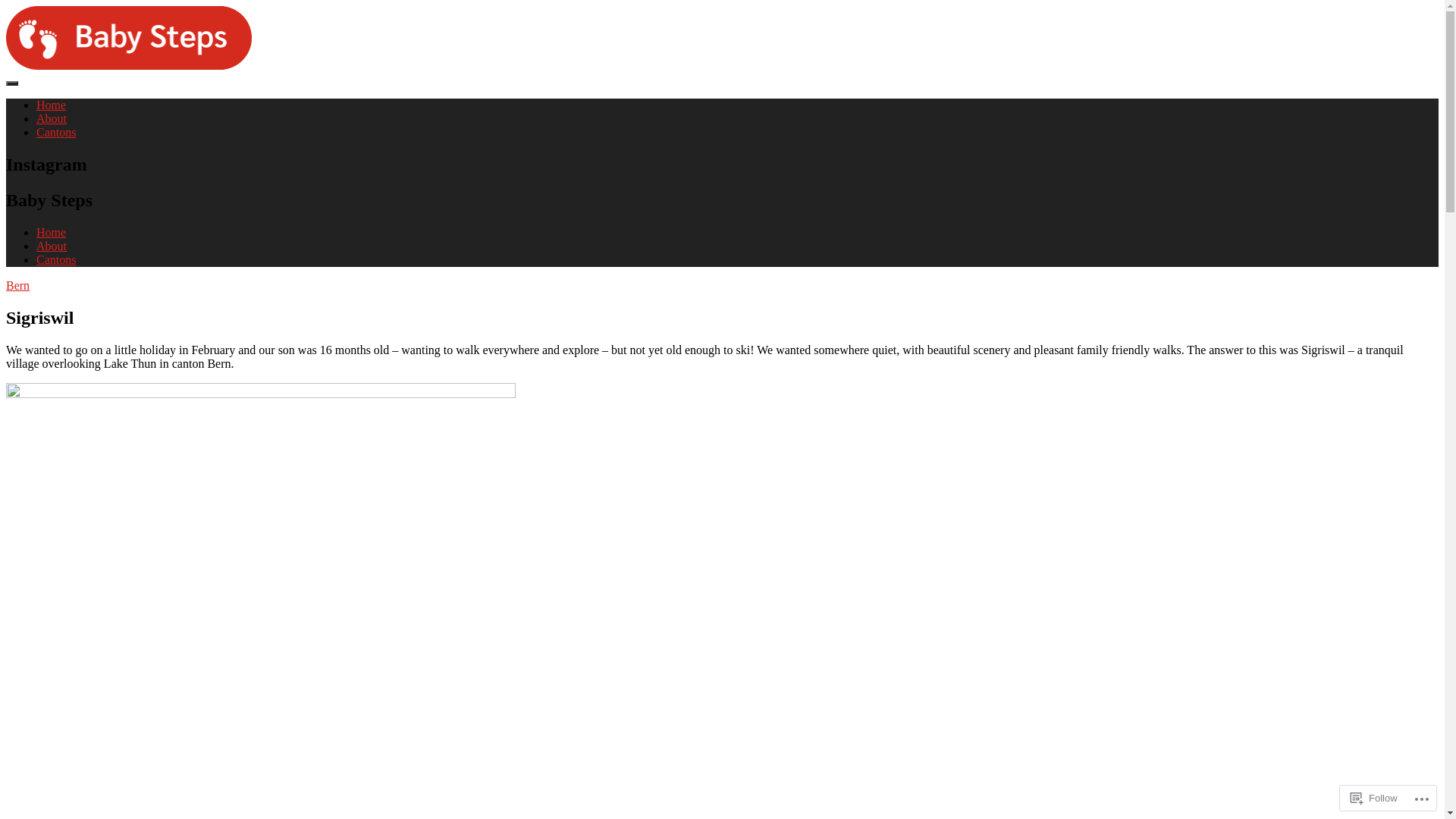  Describe the element at coordinates (51, 104) in the screenshot. I see `'Home'` at that location.